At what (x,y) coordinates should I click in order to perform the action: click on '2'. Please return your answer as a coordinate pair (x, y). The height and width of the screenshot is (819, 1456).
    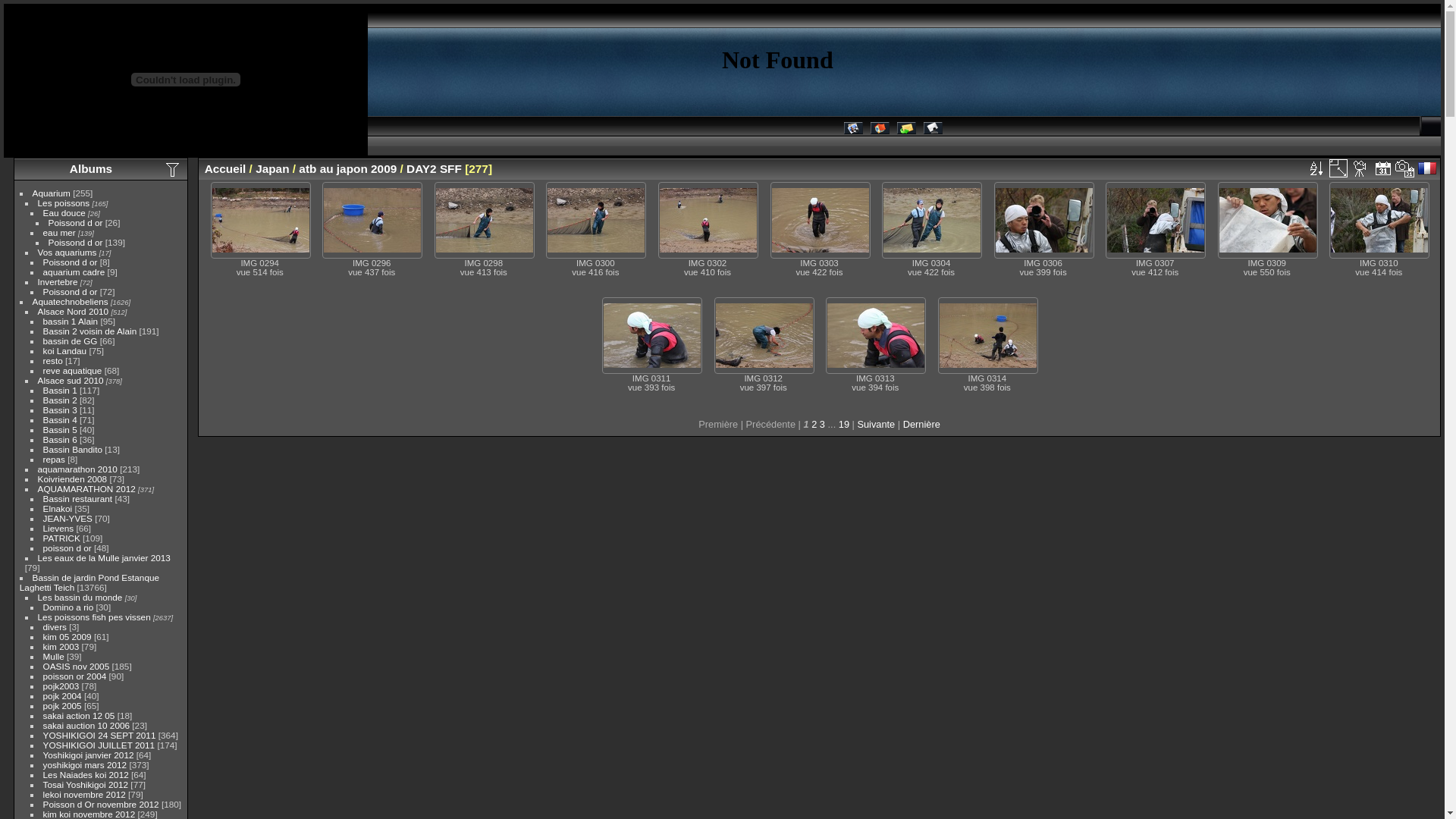
    Looking at the image, I should click on (813, 424).